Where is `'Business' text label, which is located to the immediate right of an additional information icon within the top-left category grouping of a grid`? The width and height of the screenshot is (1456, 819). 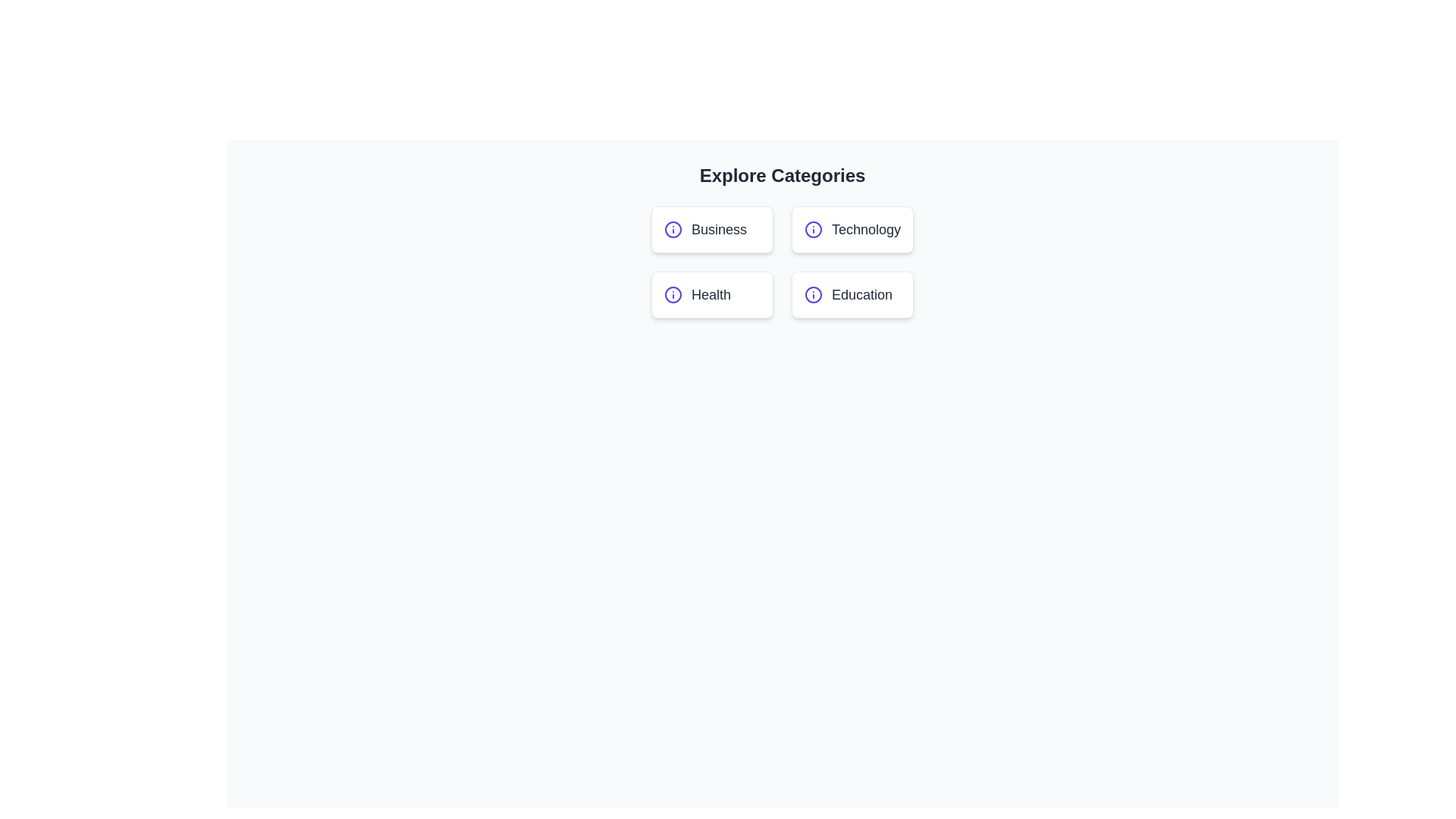
'Business' text label, which is located to the immediate right of an additional information icon within the top-left category grouping of a grid is located at coordinates (718, 230).